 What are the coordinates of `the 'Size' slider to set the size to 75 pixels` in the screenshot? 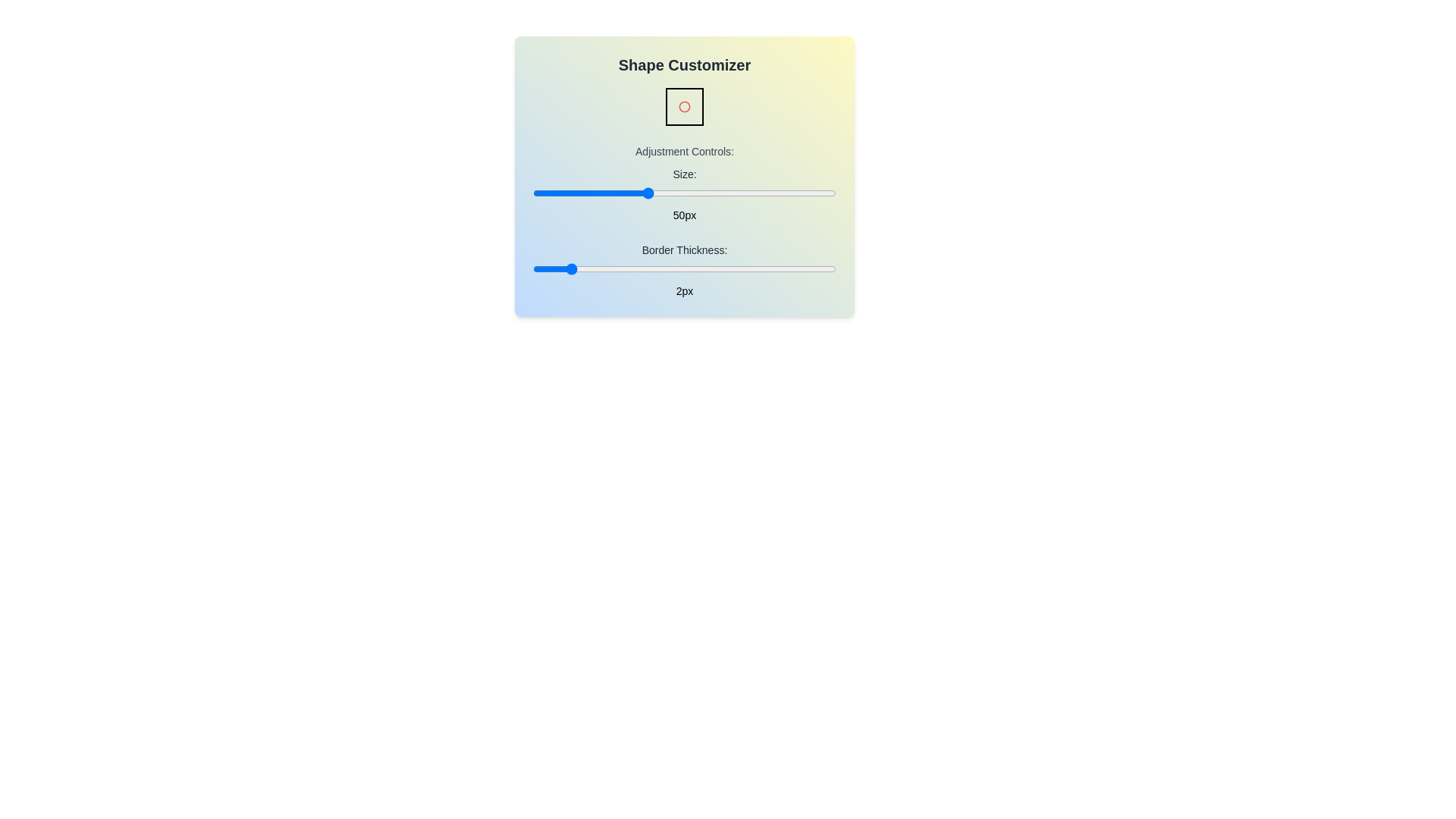 It's located at (742, 192).